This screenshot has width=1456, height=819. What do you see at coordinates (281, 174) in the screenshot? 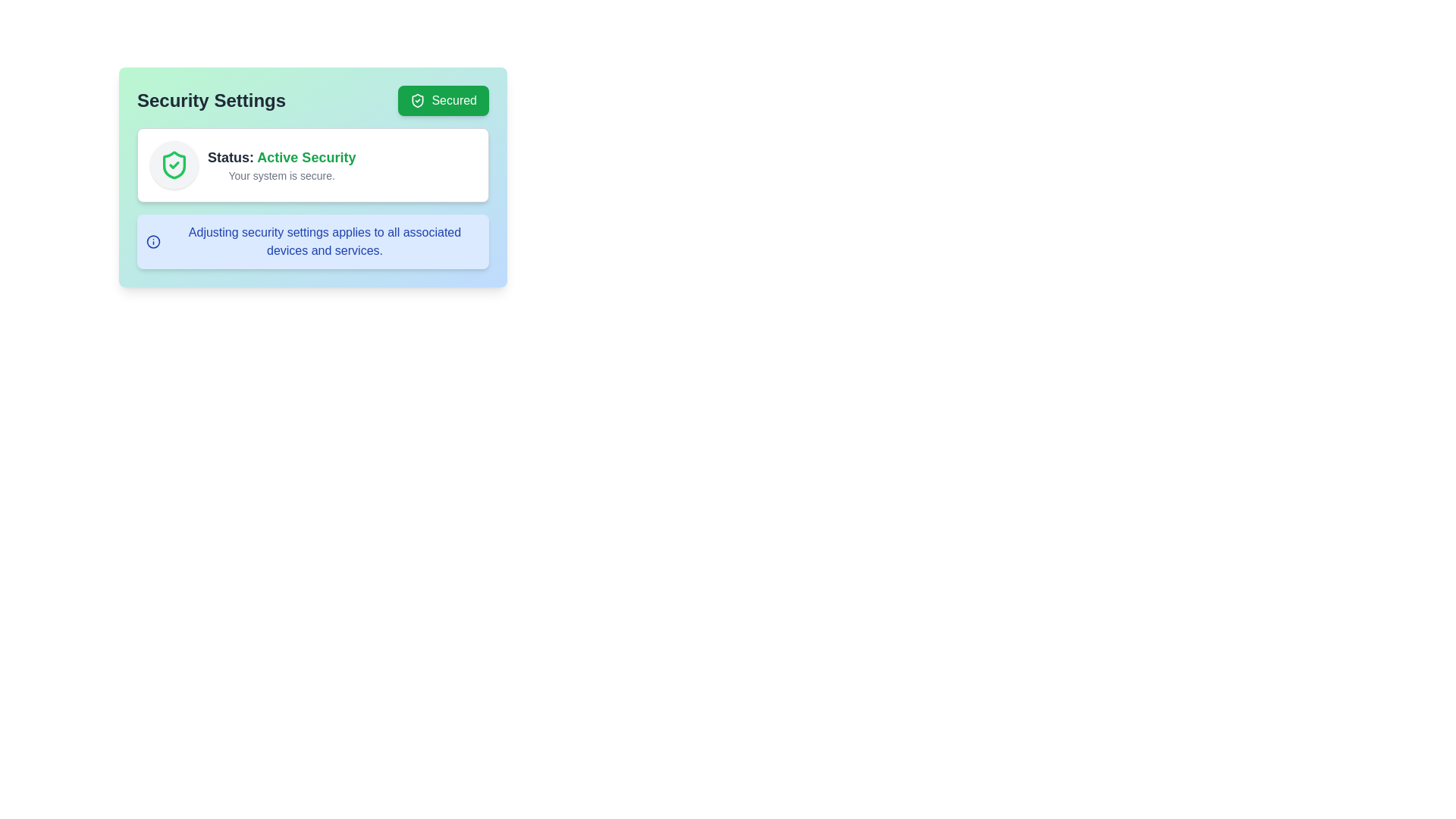
I see `the text label displaying 'Your system is secure.' which is located below the heading 'Status: Active Security' and aligned under the green status message 'Active Security'` at bounding box center [281, 174].